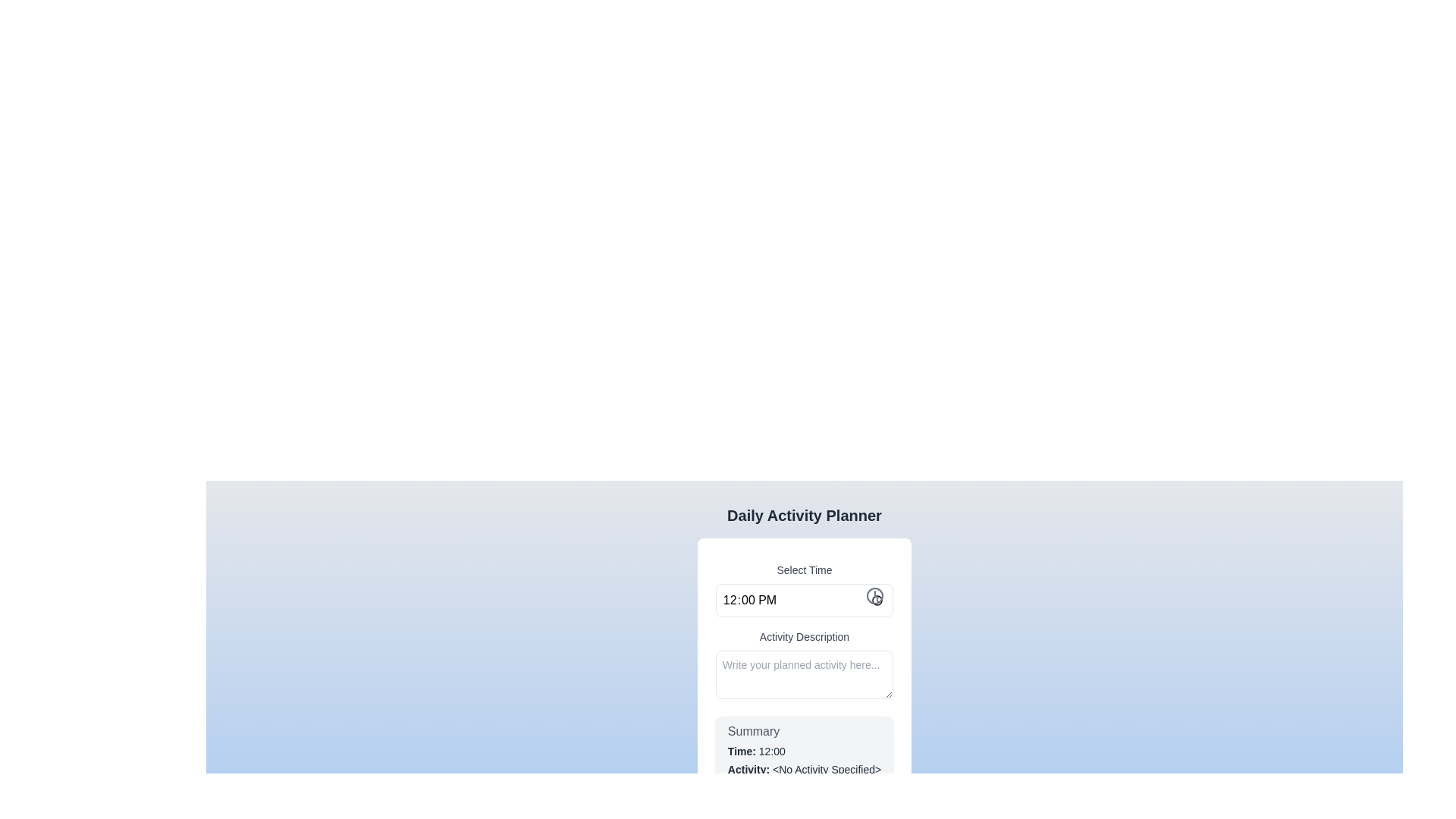  I want to click on the 'Time:' text label located in the summary section near the bottom of the interface, positioned on the left before the '12:00' time value, so click(743, 752).